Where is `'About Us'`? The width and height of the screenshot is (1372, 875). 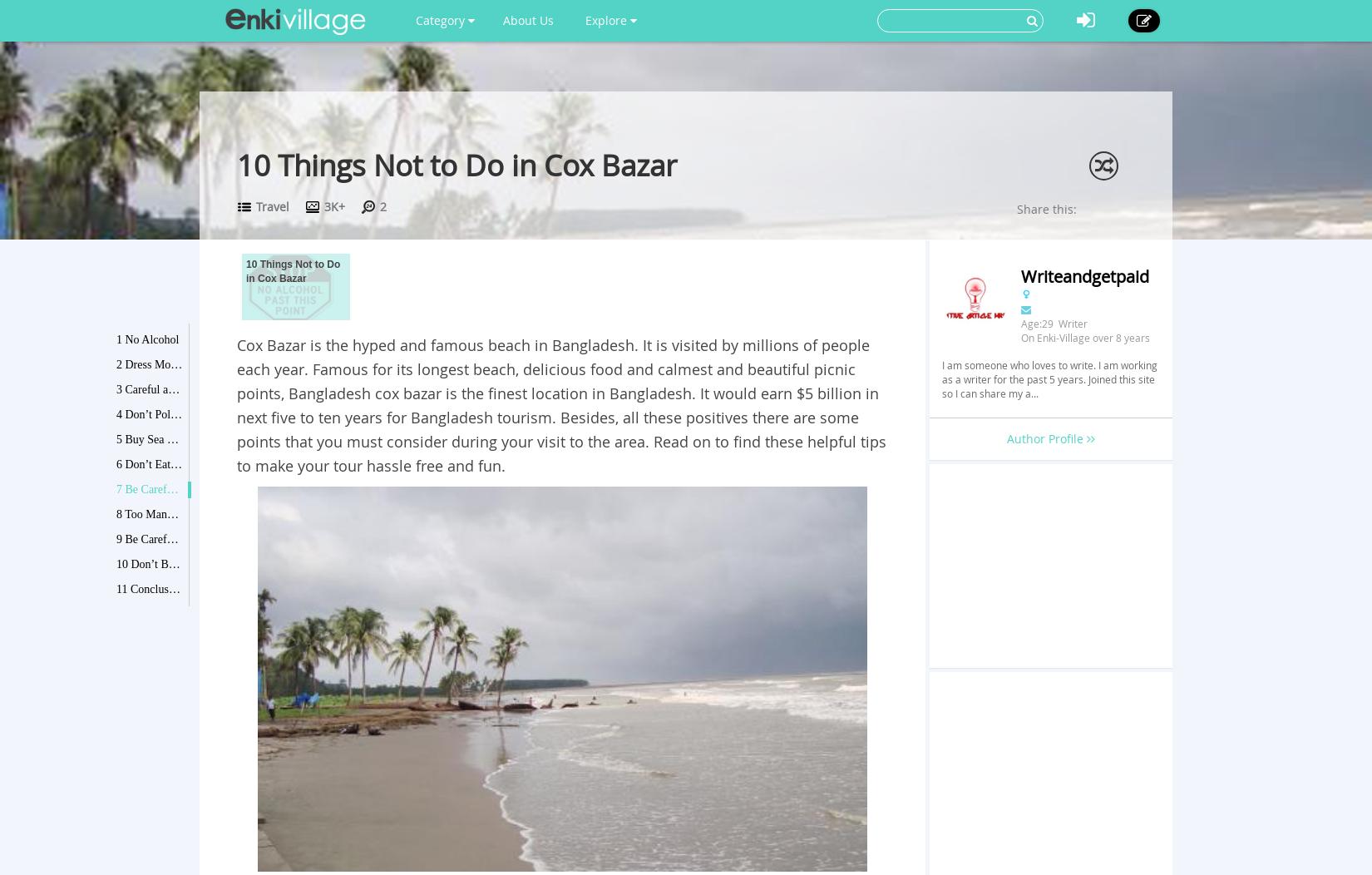
'About Us' is located at coordinates (501, 20).